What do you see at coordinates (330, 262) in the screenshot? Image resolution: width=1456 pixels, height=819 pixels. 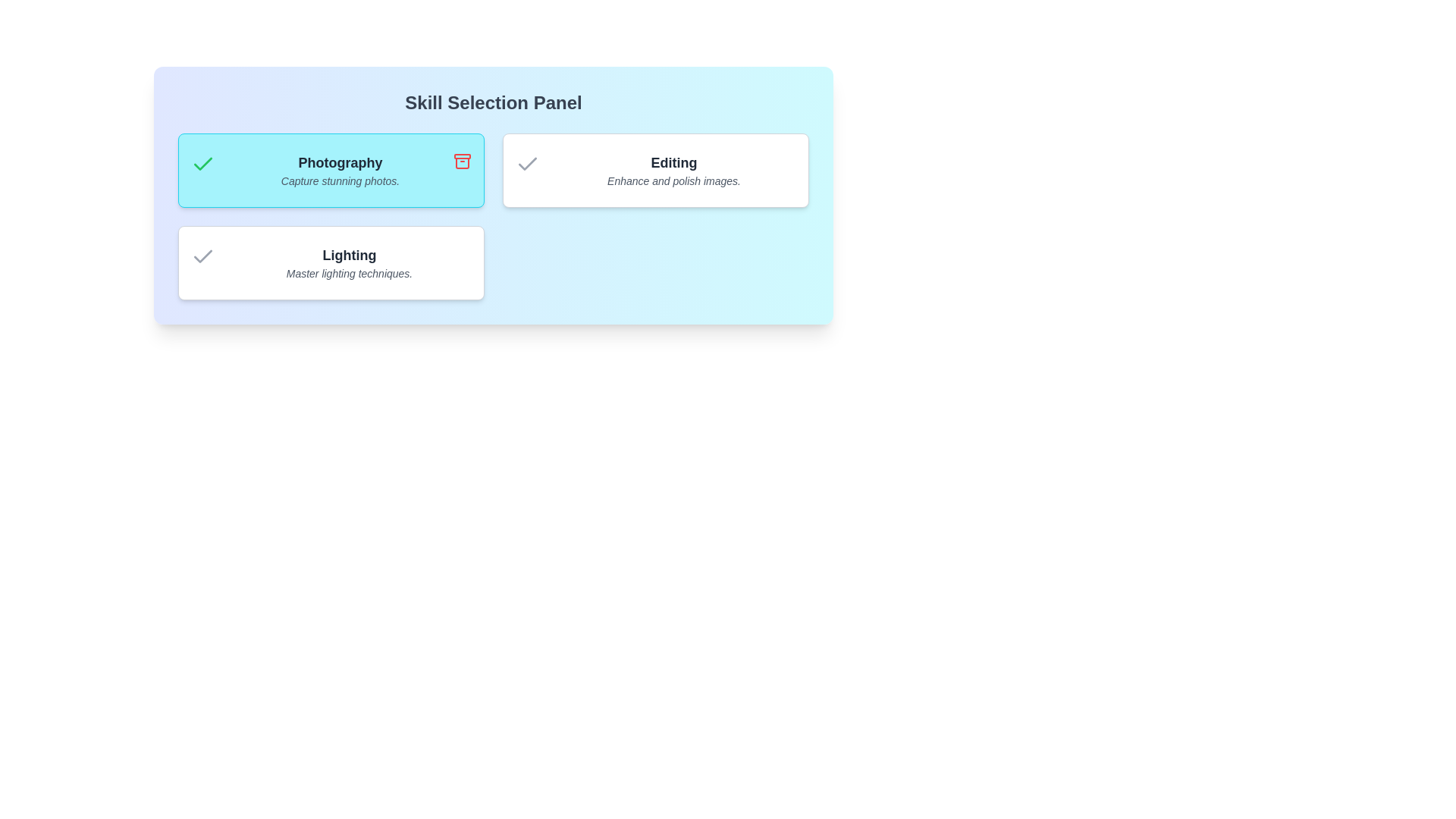 I see `the skill card for Lighting` at bounding box center [330, 262].